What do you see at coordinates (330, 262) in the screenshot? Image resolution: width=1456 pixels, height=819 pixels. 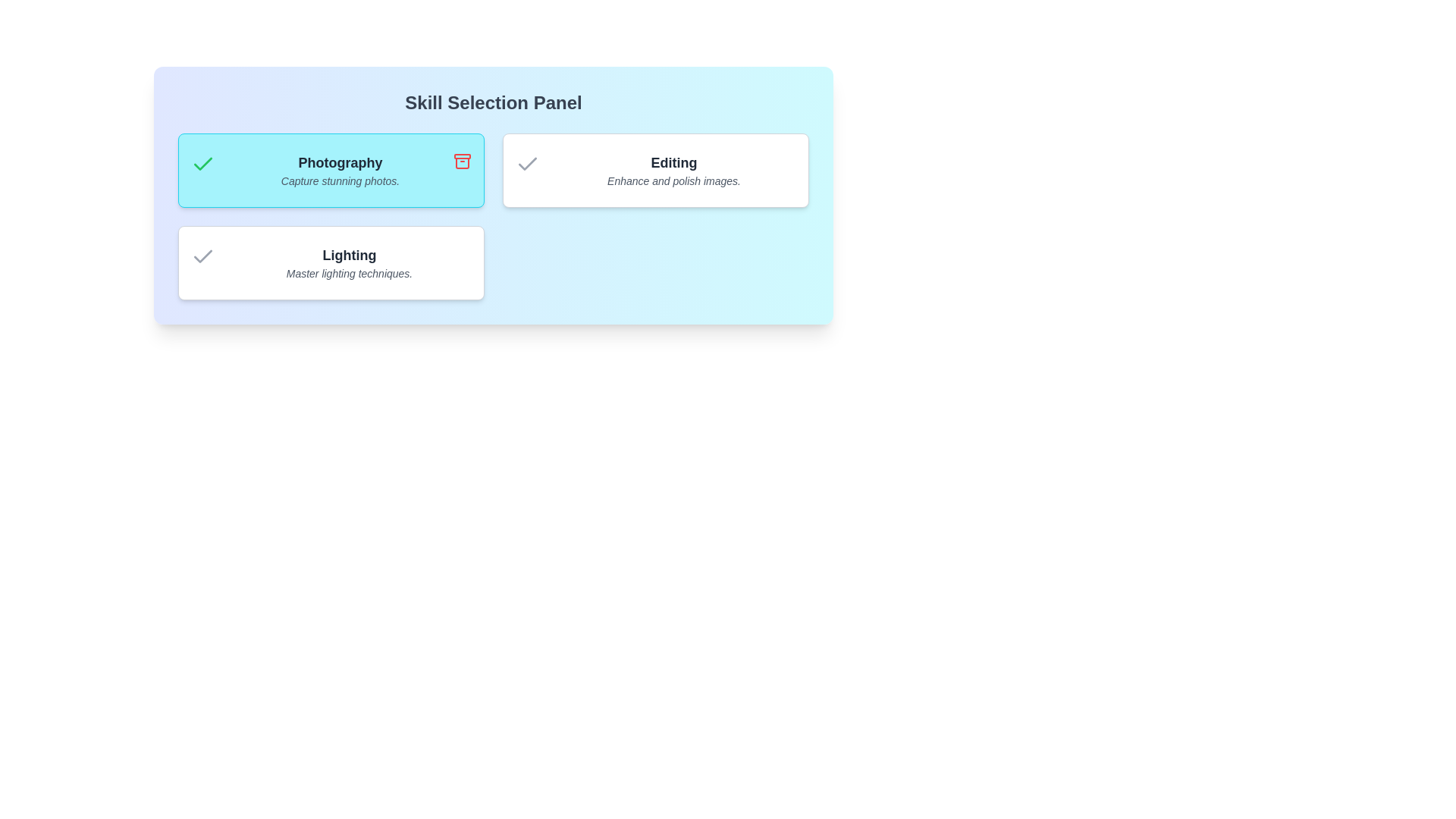 I see `the skill card for Lighting` at bounding box center [330, 262].